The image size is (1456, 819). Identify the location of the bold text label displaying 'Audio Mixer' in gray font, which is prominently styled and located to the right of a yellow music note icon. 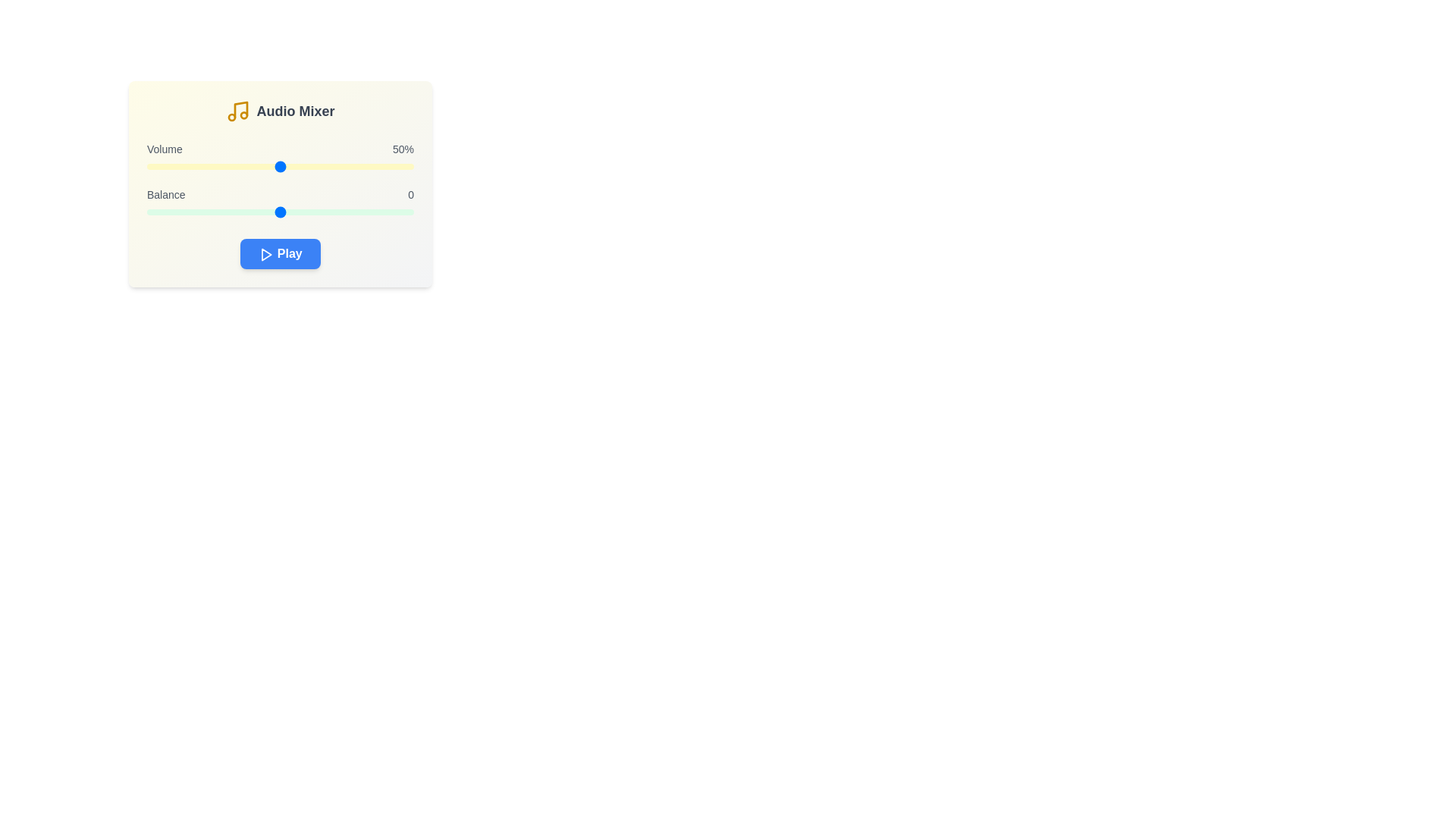
(295, 110).